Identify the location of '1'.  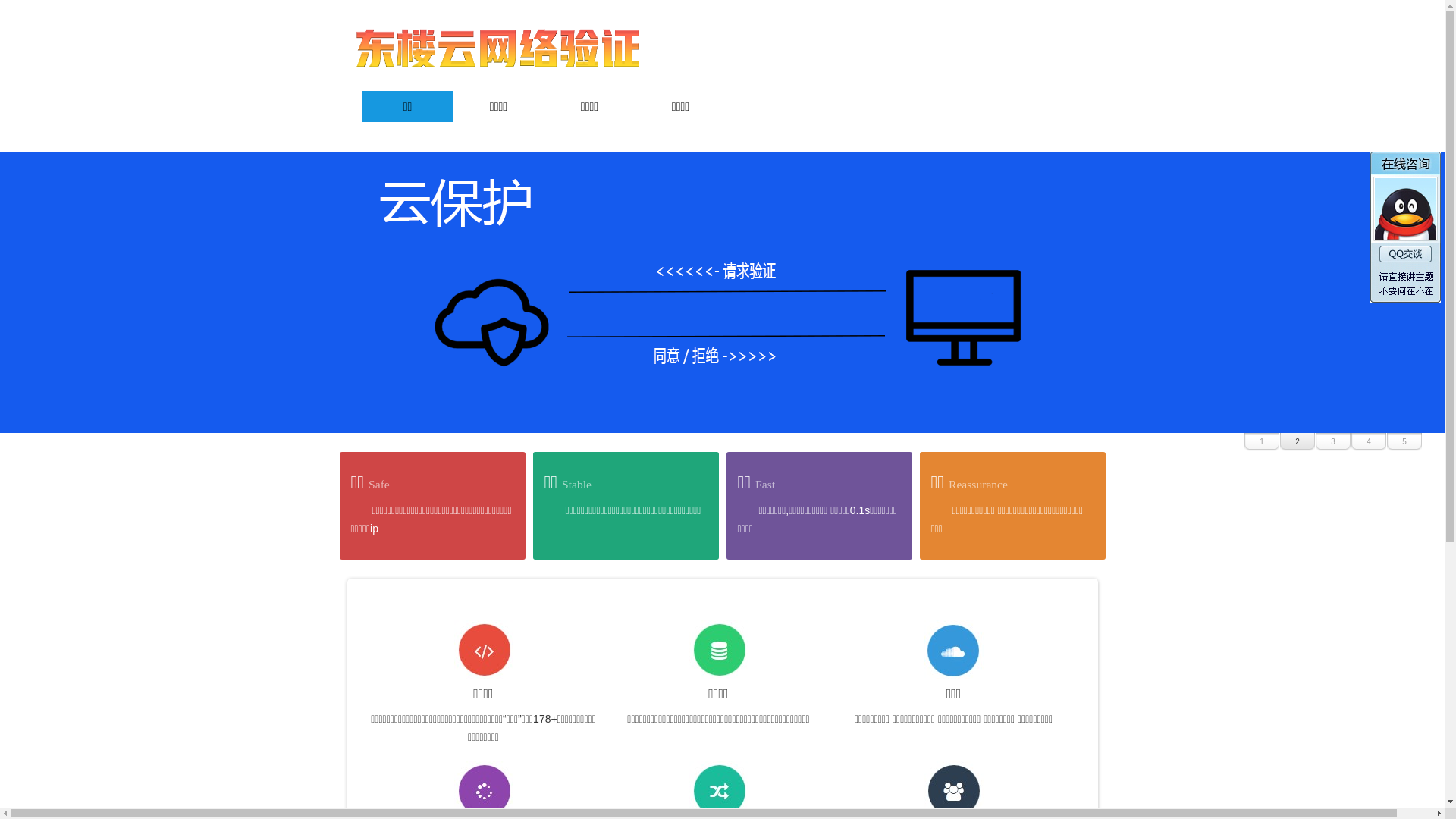
(1262, 441).